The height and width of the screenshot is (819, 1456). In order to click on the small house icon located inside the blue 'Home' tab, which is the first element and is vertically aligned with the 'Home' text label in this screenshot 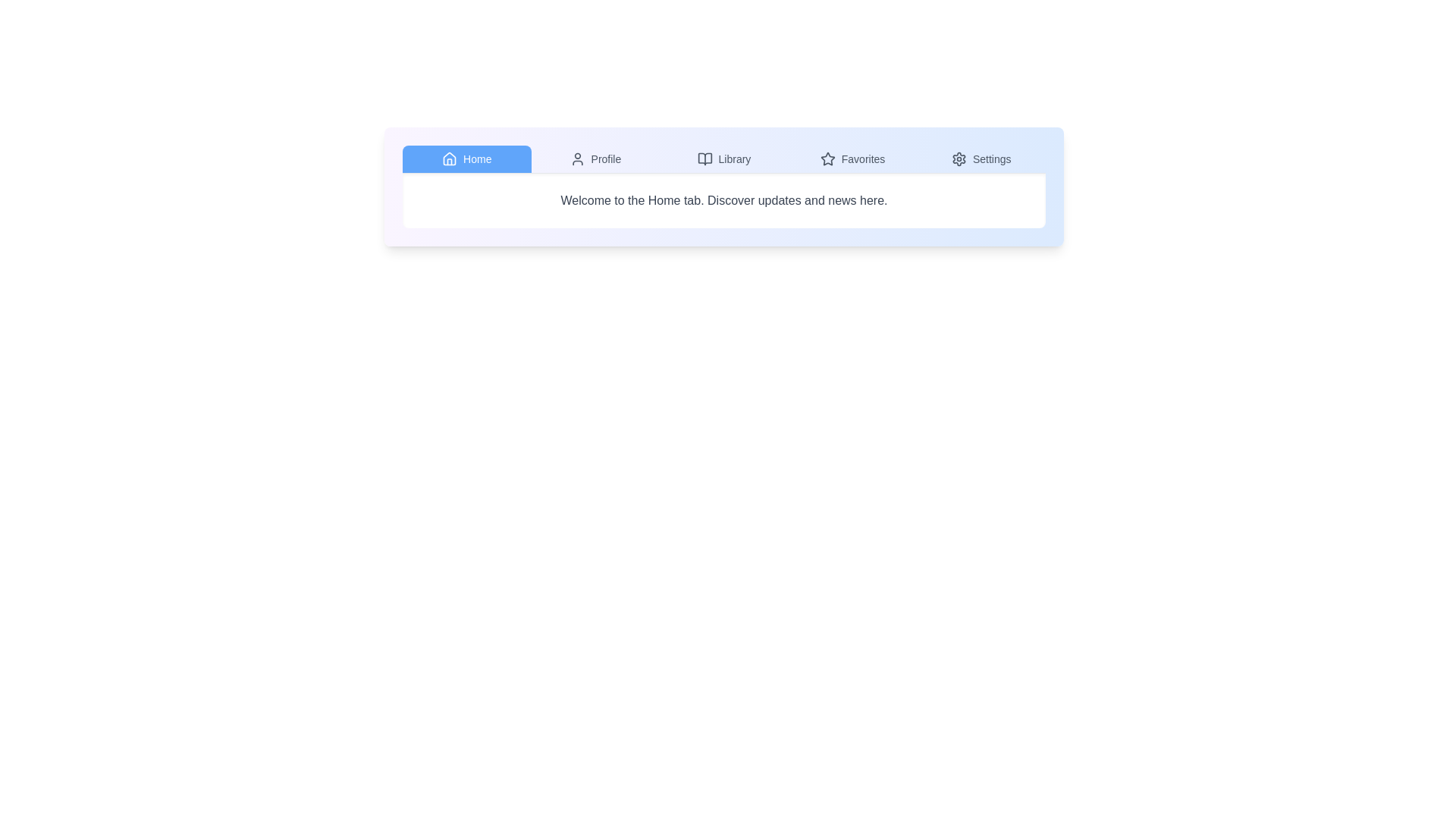, I will do `click(449, 158)`.